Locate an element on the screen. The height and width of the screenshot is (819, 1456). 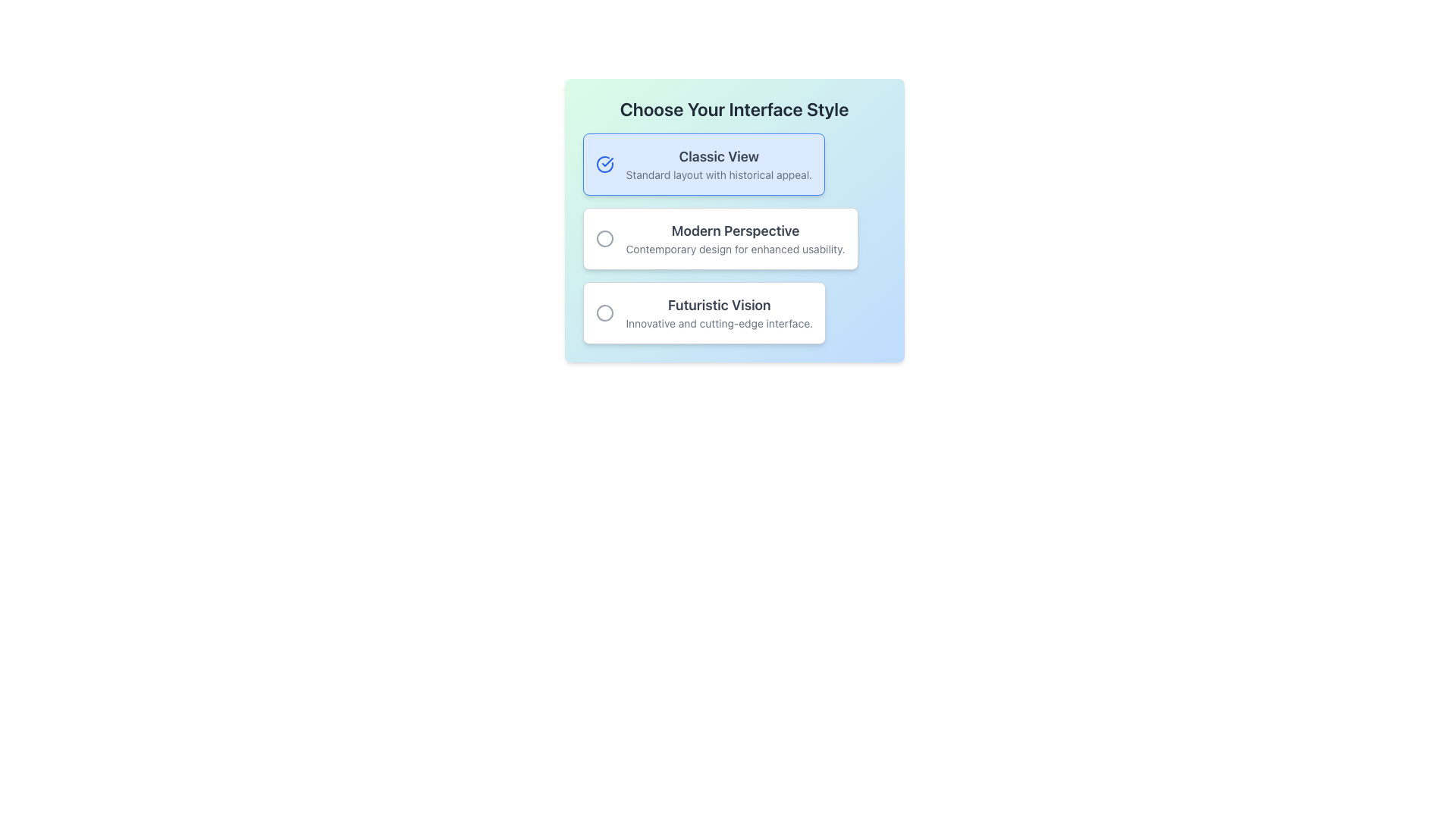
the radio button for the 'Futuristic Vision' option, which is the third option in a vertically stacked list of three choices is located at coordinates (604, 312).